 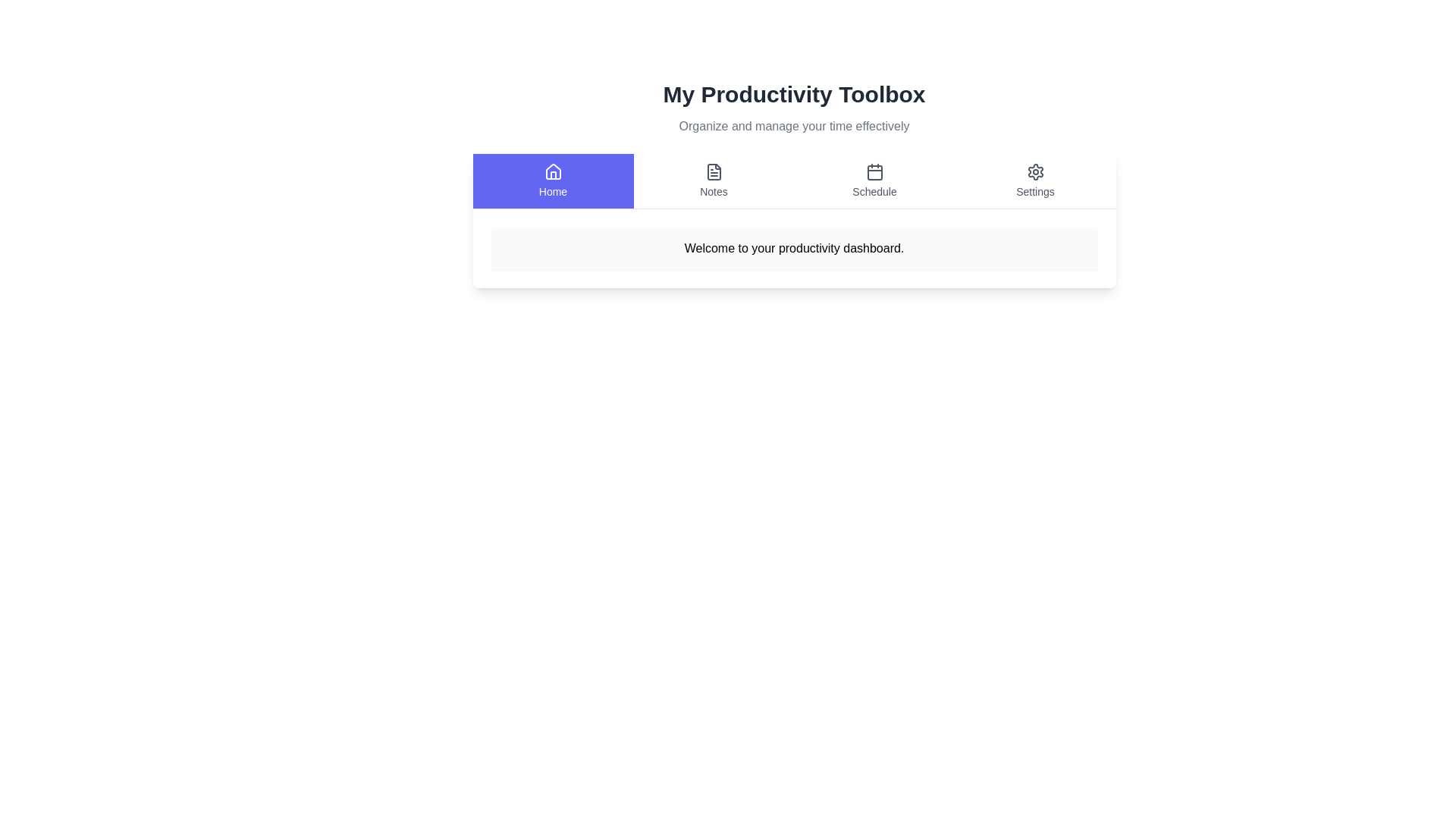 What do you see at coordinates (874, 171) in the screenshot?
I see `the calendar icon, which features thin, rounded lines and is positioned below the header 'My Productivity Toolbox' and before the 'Schedule' label` at bounding box center [874, 171].